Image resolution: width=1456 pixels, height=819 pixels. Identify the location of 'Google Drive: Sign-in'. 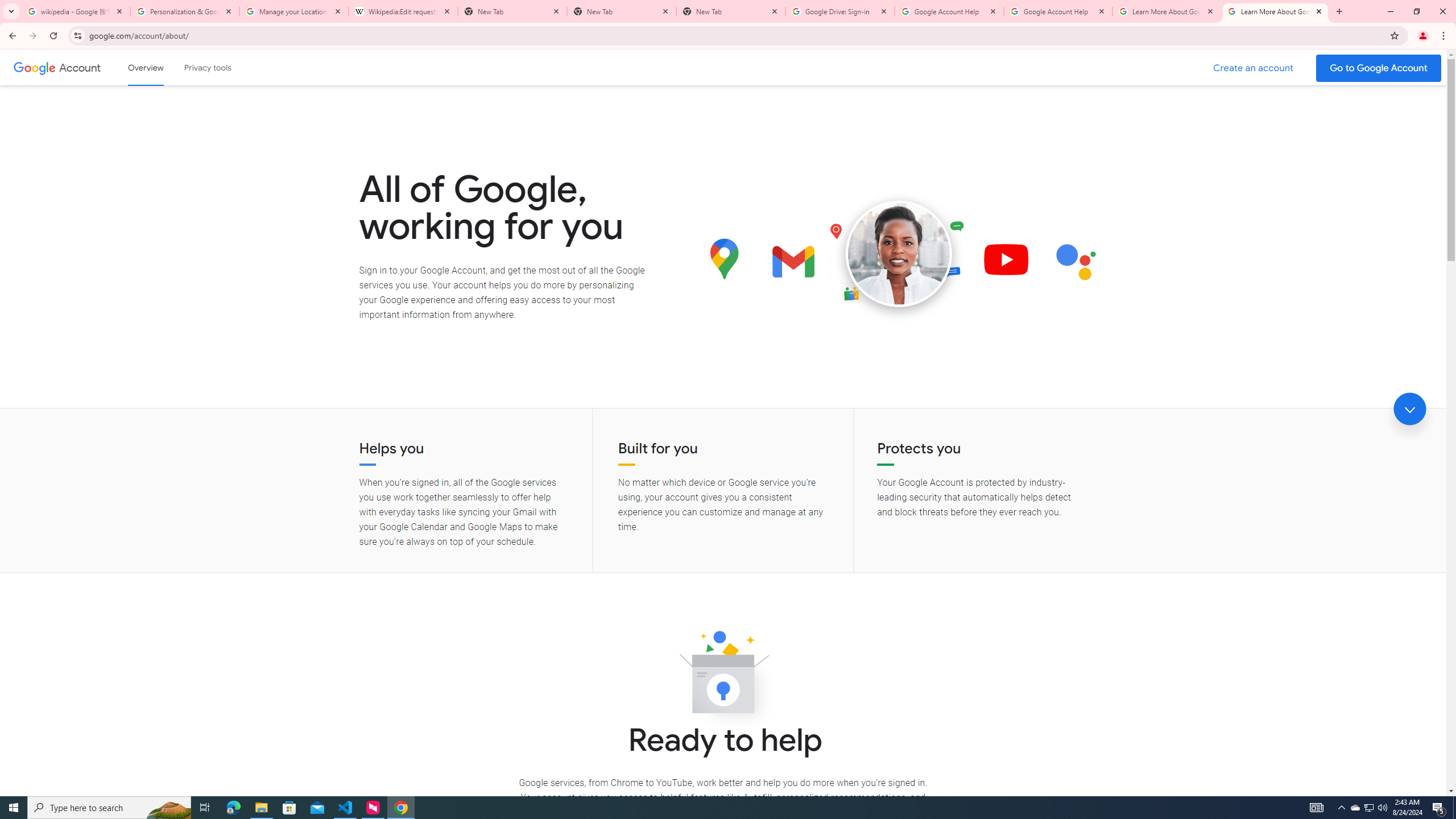
(839, 11).